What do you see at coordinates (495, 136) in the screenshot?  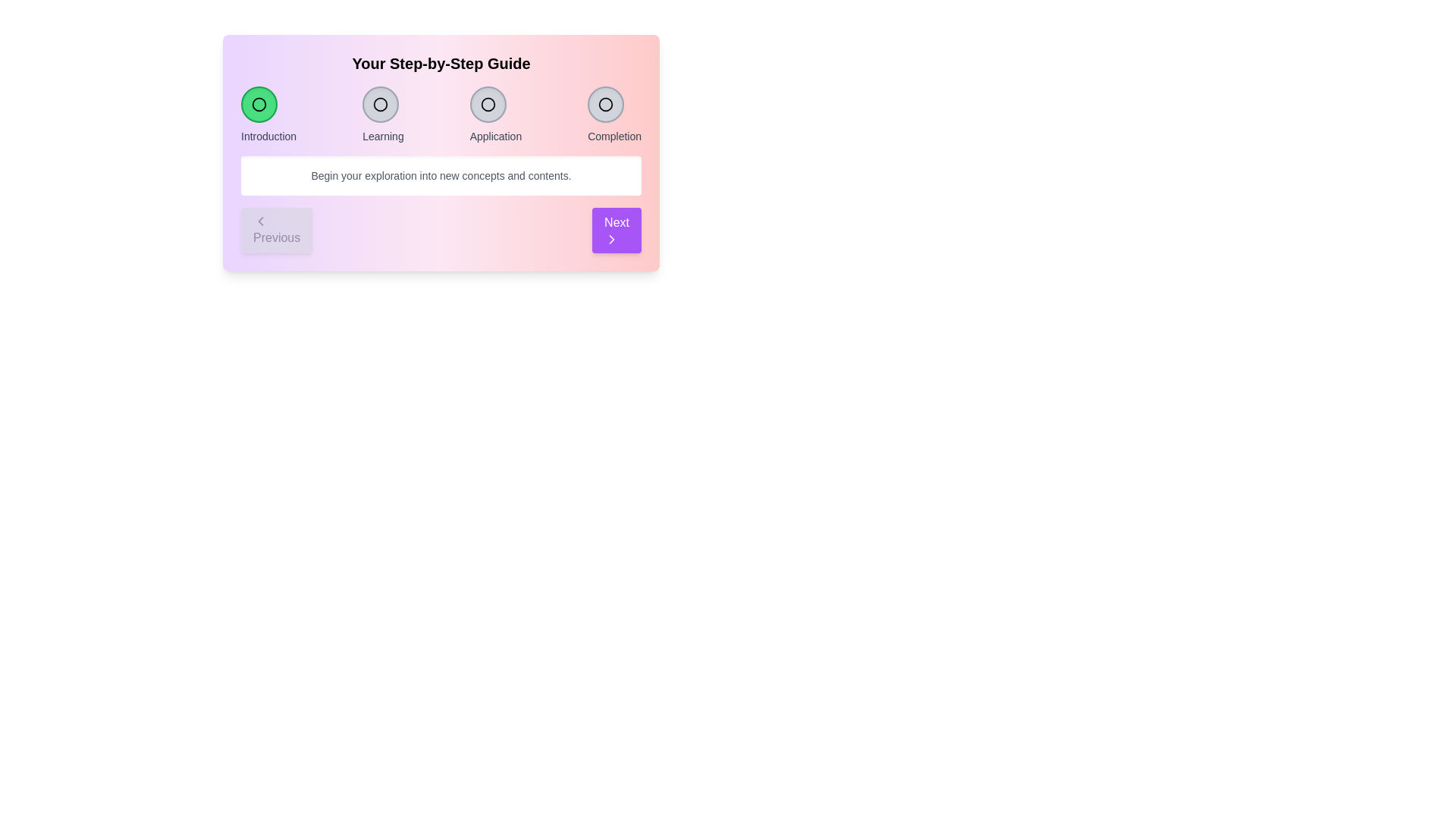 I see `the text label indicating the step titled 'Application', which is located in the top central area of the interface, directly below the third circular icon in the sequence of steps` at bounding box center [495, 136].